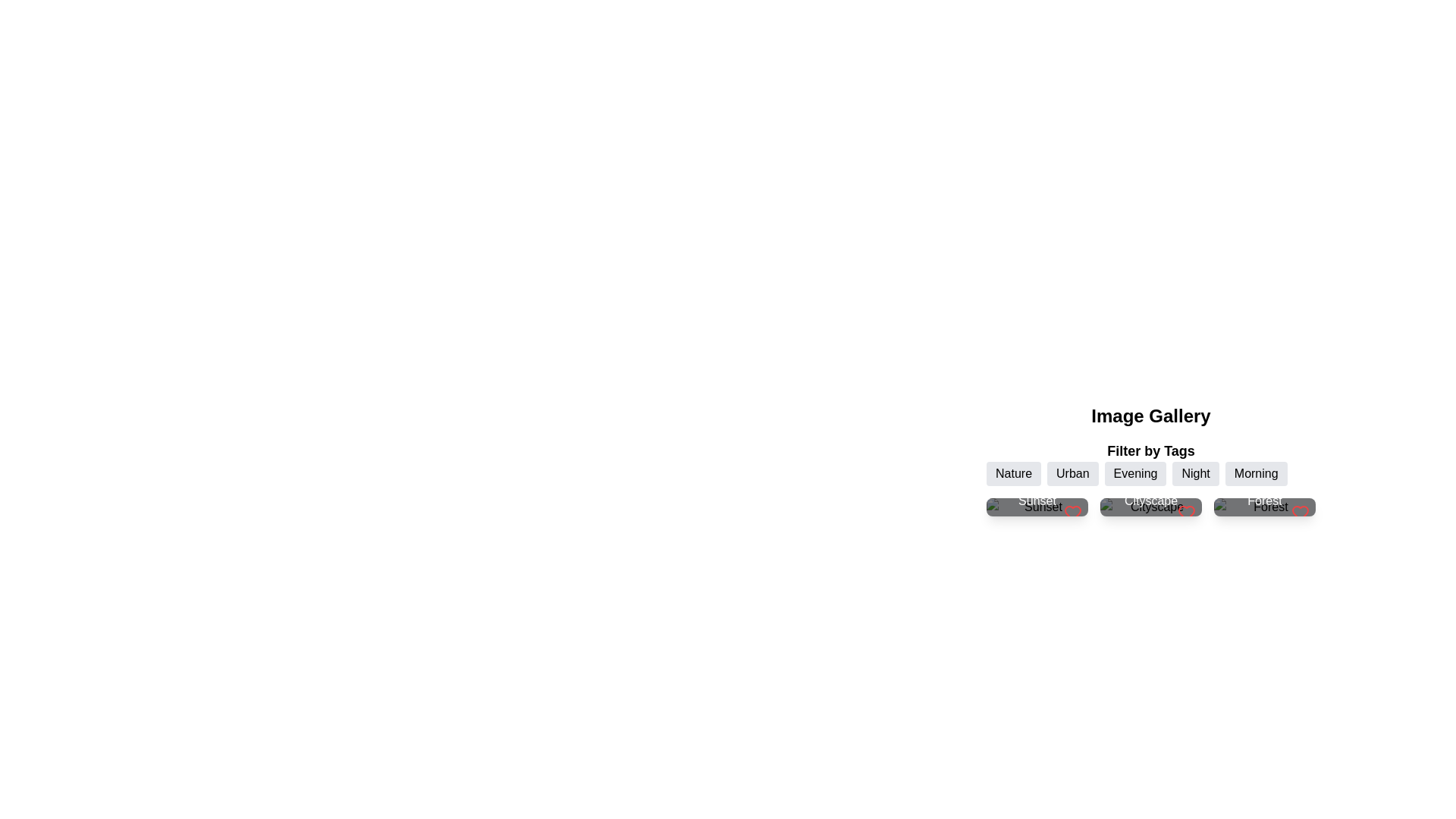  I want to click on the Text Label that provides descriptive information ('Sunset') about the image, located at the bottom of the leftmost image tile, so click(1037, 500).